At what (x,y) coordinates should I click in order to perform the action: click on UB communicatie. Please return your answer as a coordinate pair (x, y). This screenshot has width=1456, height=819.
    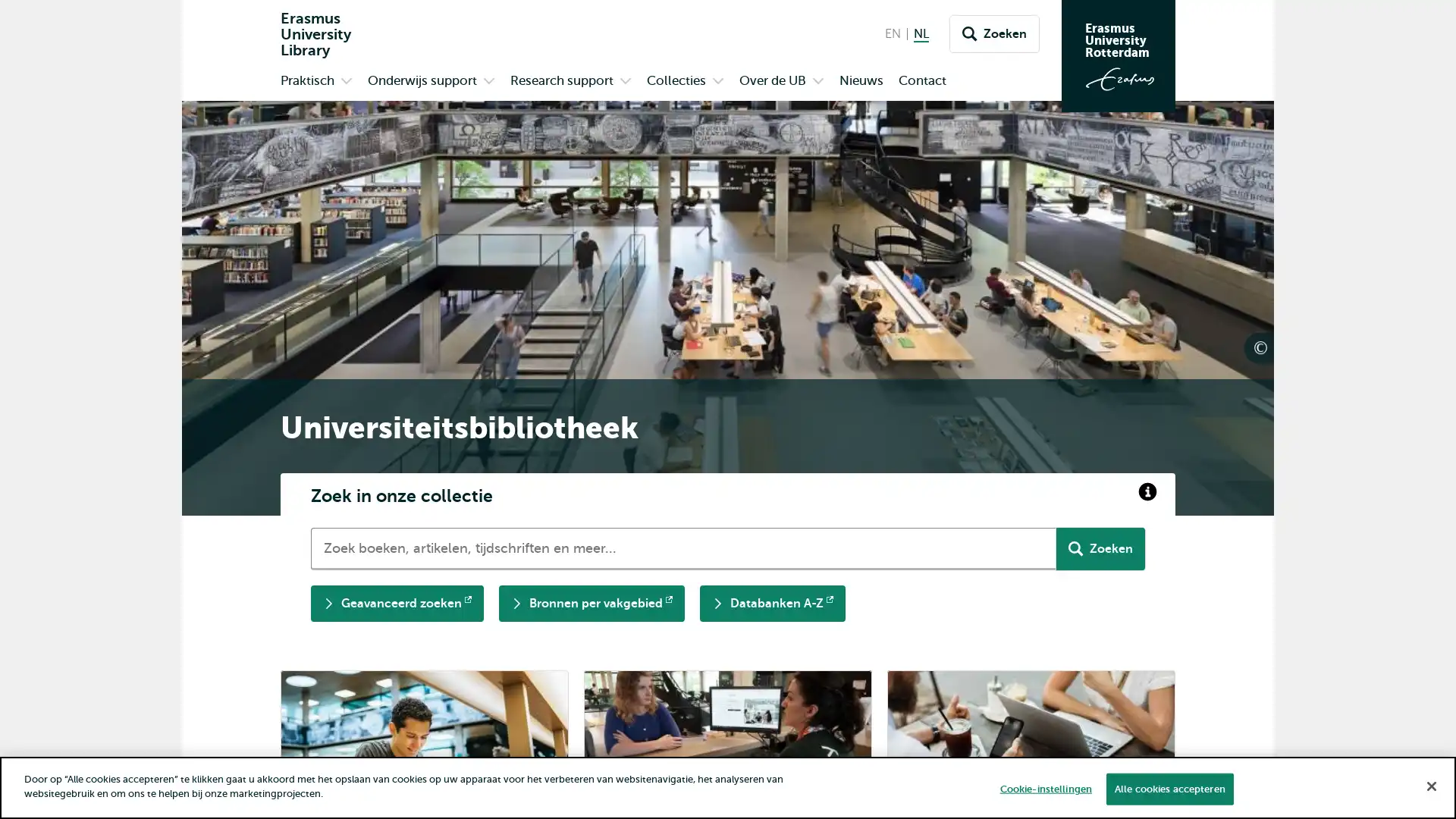
    Looking at the image, I should click on (1328, 348).